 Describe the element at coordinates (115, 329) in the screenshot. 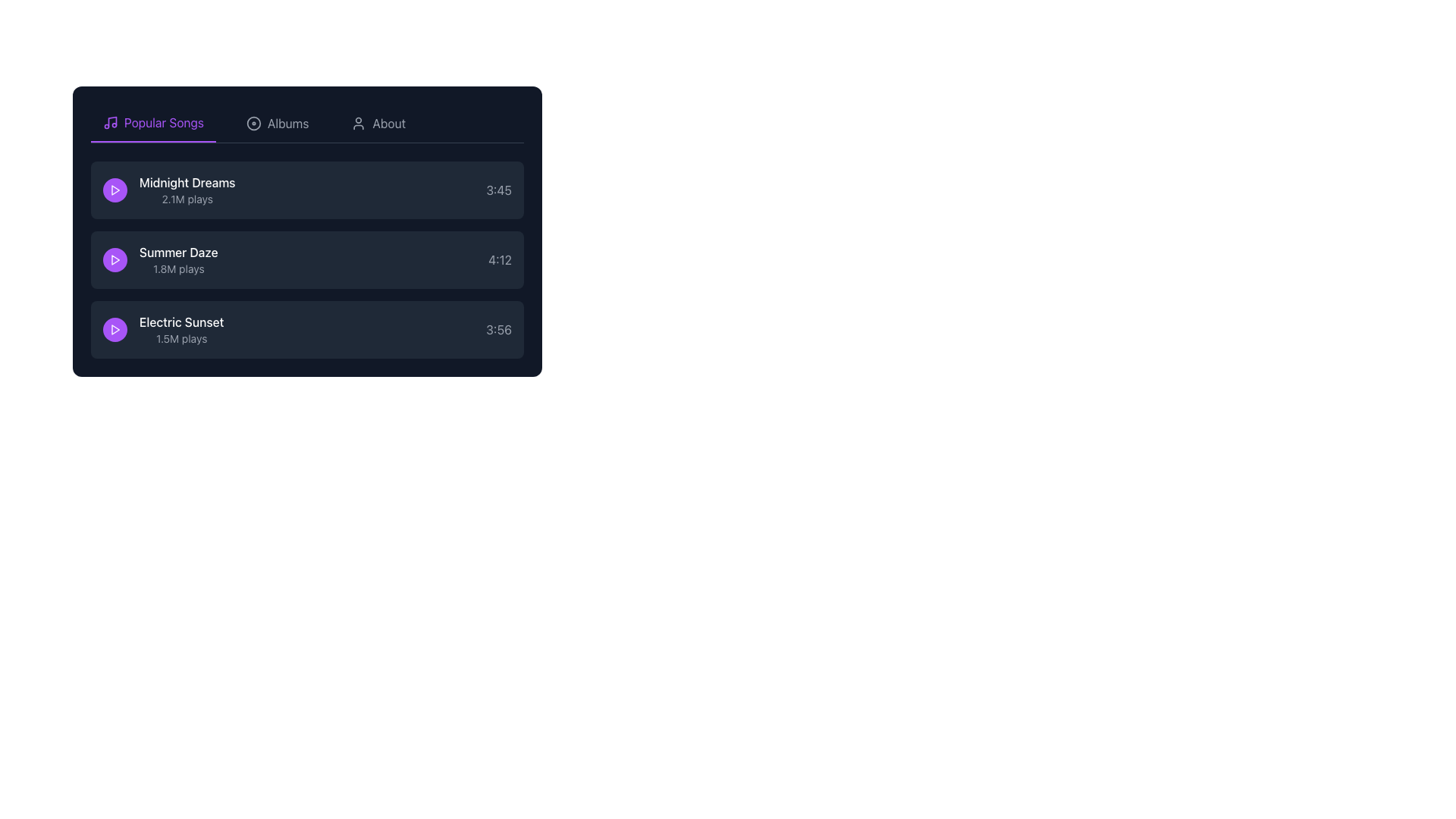

I see `the right-pointing triangular shape resembling a play button, which is part of an SVG in the song management interface` at that location.